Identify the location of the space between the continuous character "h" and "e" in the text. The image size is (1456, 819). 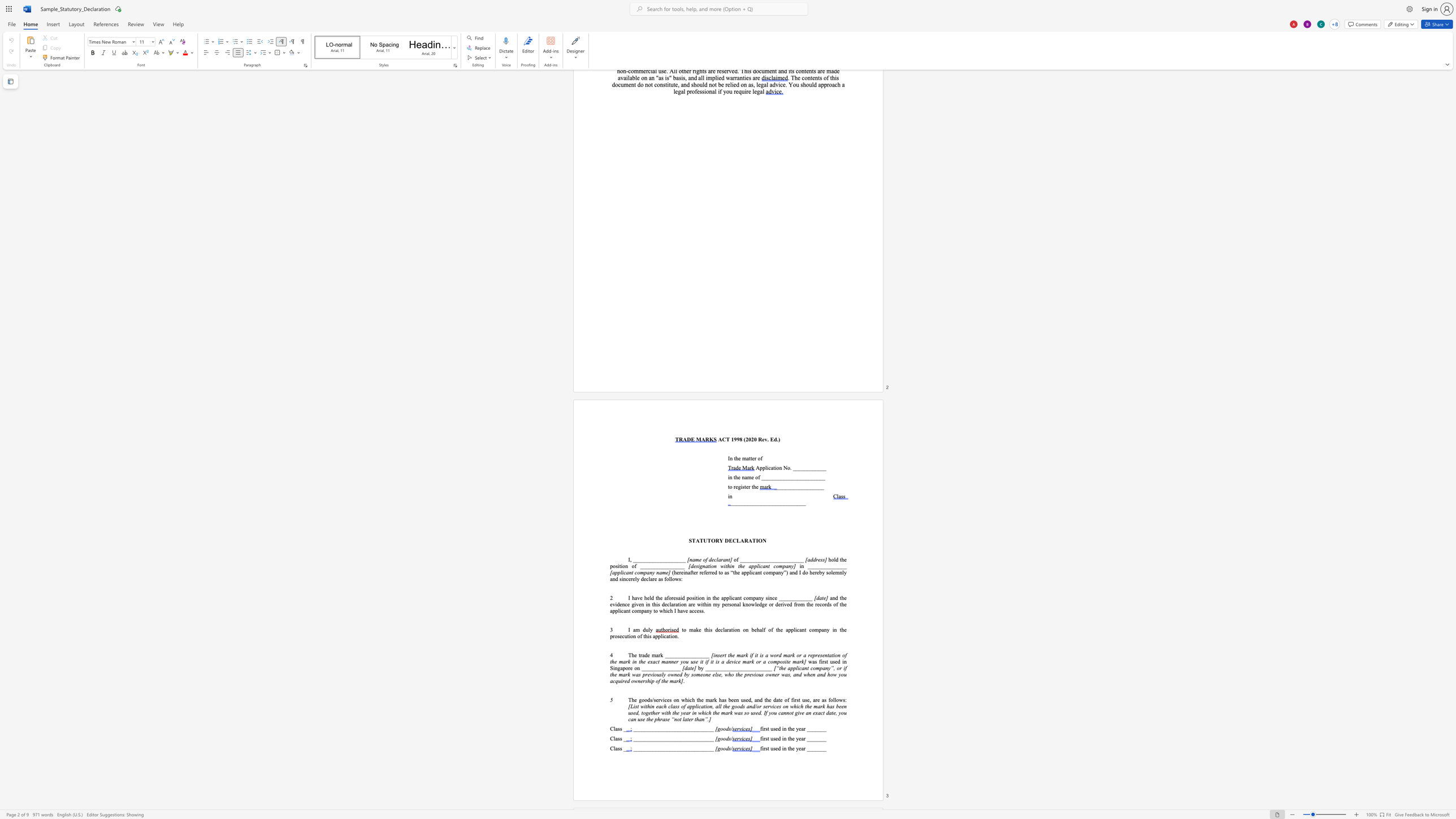
(634, 655).